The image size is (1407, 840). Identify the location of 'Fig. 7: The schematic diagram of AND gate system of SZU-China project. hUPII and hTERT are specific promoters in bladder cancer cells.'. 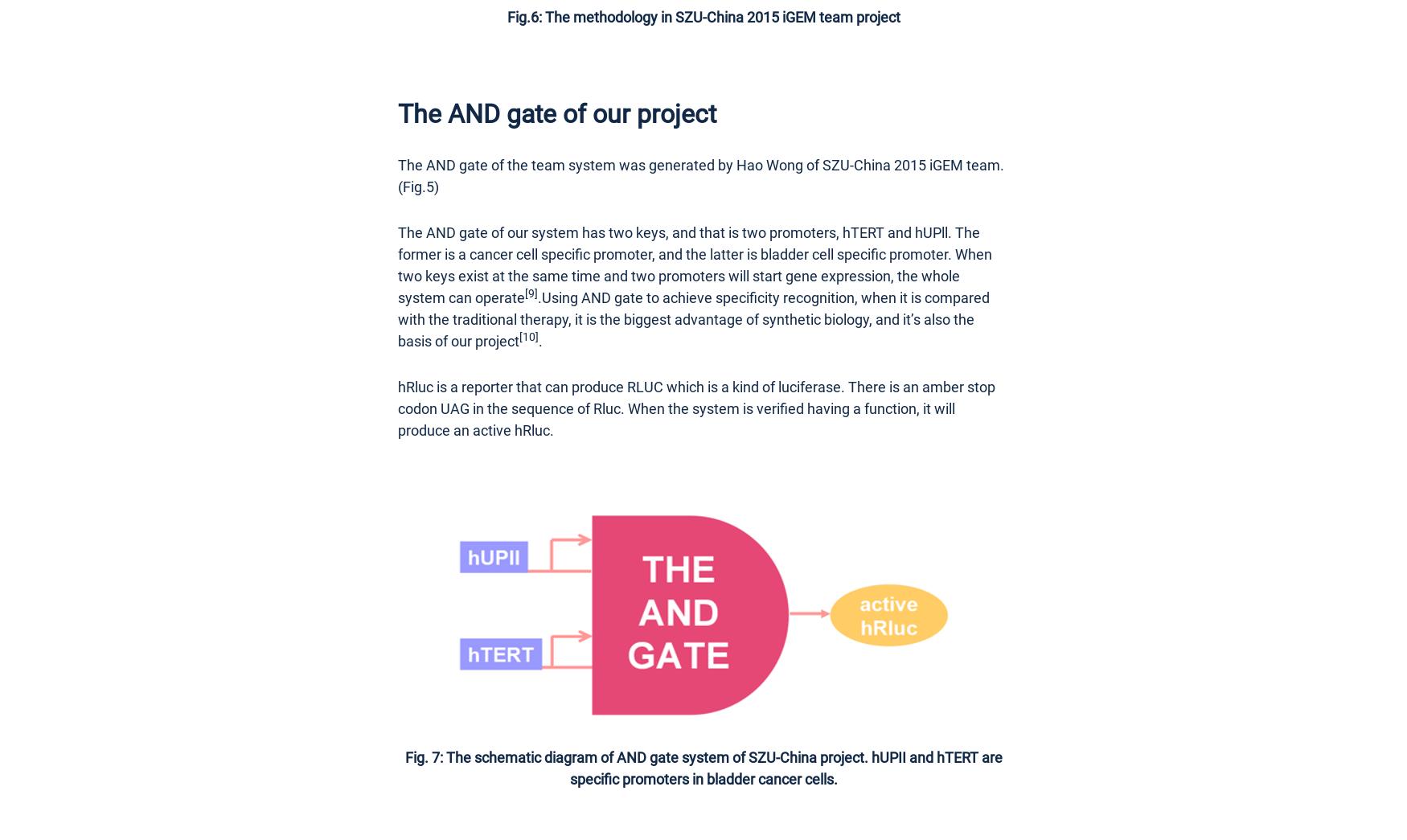
(703, 767).